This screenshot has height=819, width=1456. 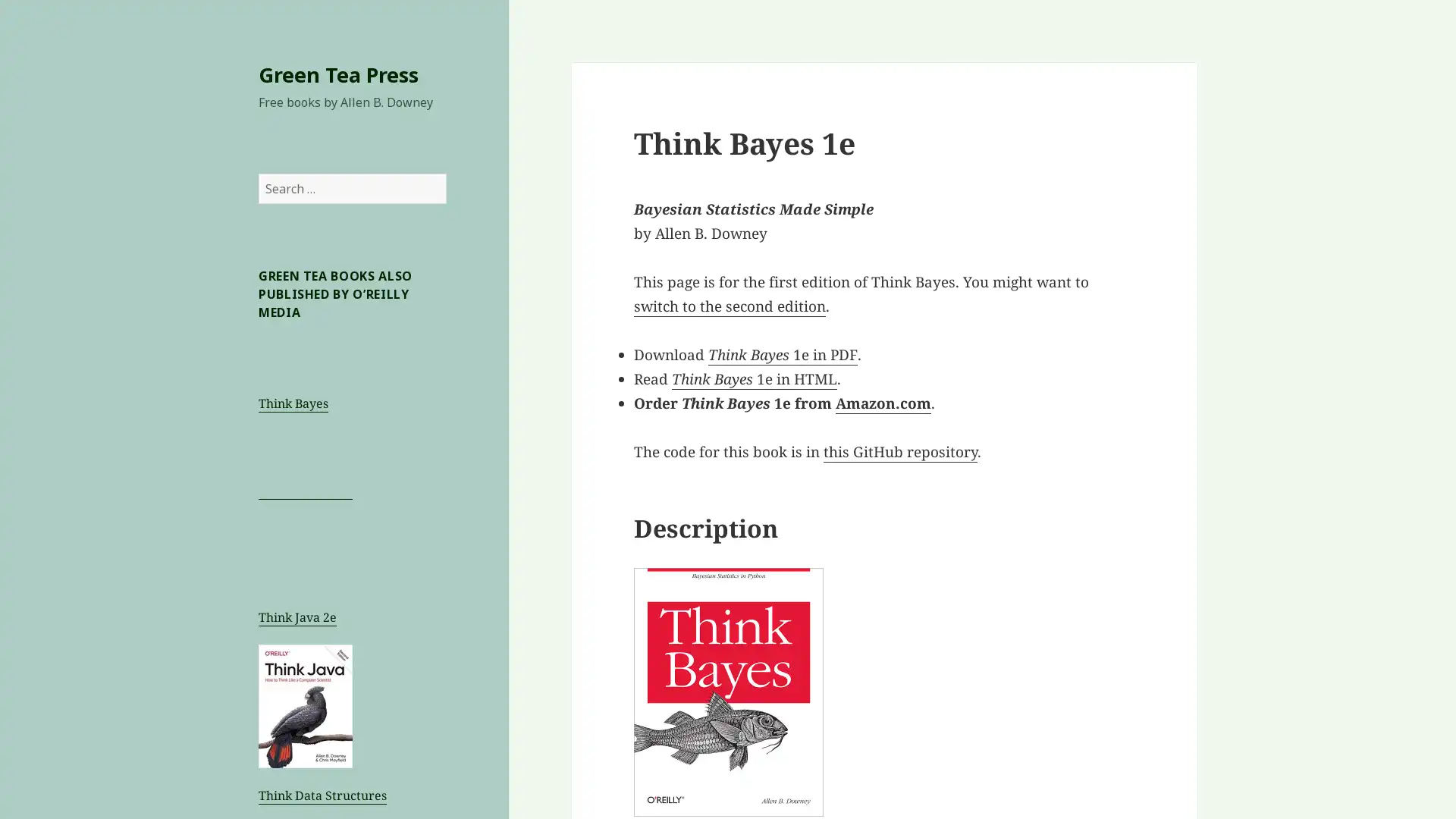 I want to click on Search, so click(x=445, y=173).